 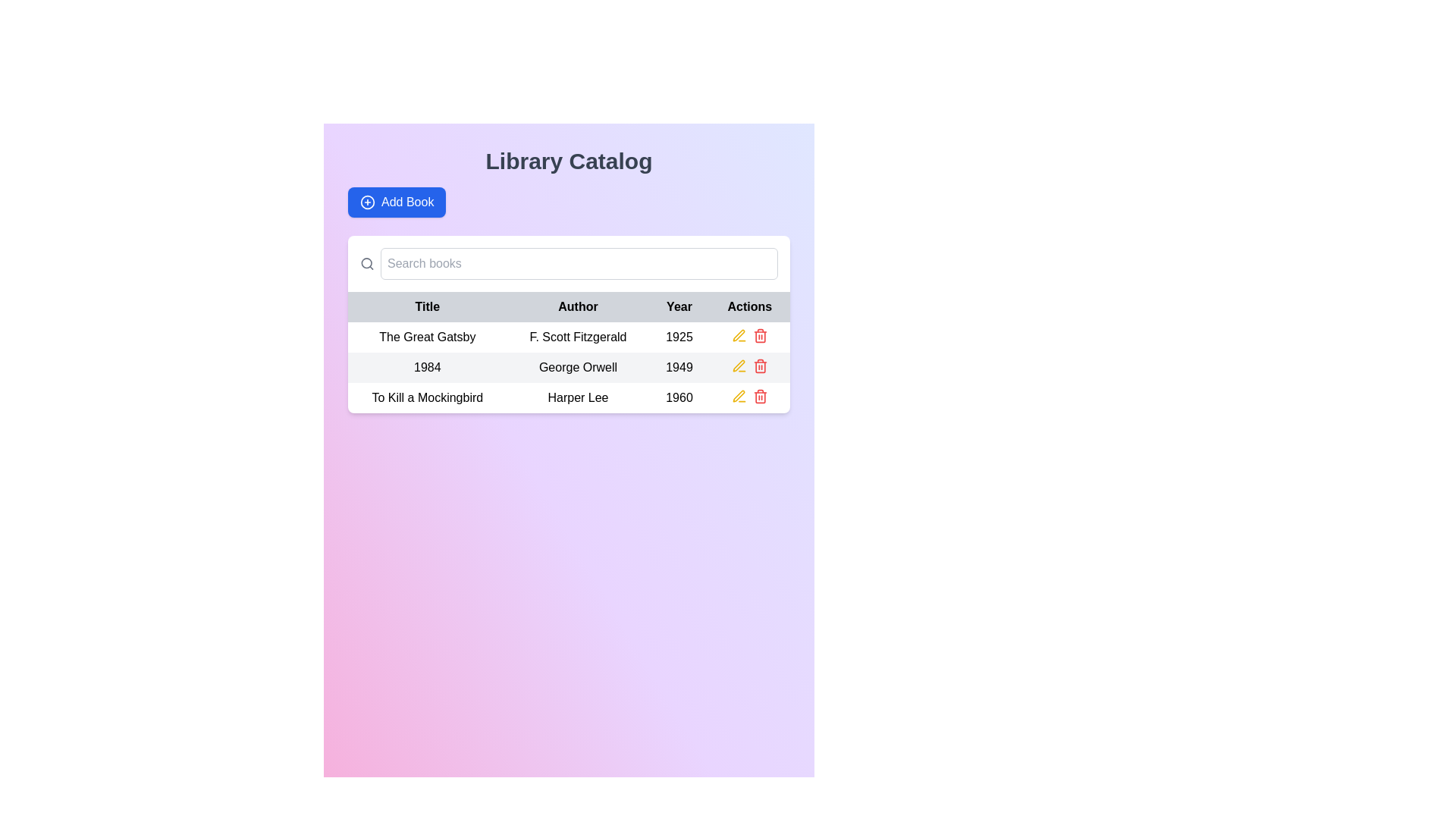 What do you see at coordinates (397, 201) in the screenshot?
I see `the 'Add New Book' button located below the title 'Library Catalog' to observe the hover effect` at bounding box center [397, 201].